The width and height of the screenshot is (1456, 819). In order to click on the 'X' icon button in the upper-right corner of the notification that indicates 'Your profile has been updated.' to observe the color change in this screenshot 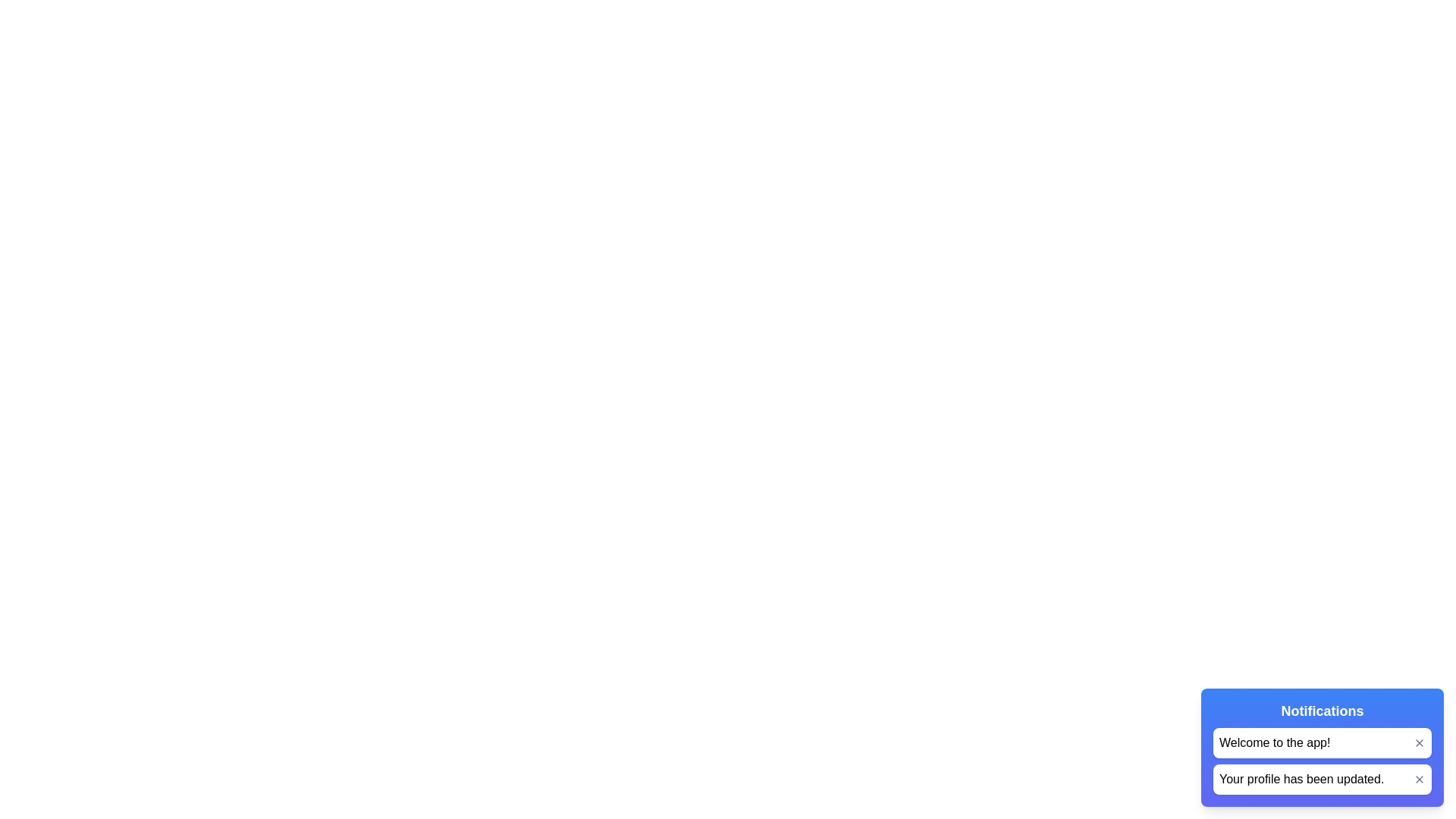, I will do `click(1419, 780)`.